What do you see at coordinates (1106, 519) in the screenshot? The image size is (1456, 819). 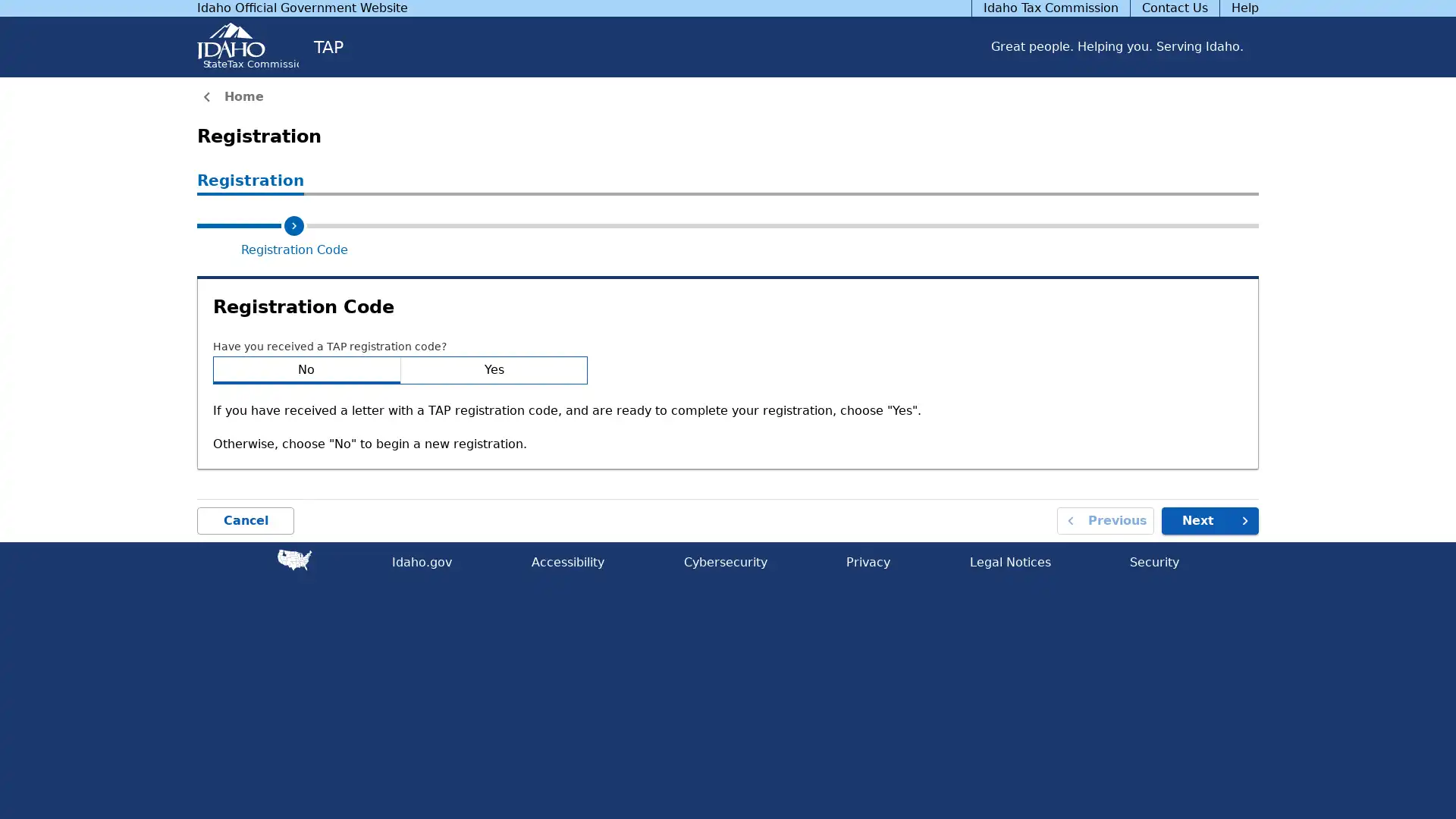 I see `Previous` at bounding box center [1106, 519].